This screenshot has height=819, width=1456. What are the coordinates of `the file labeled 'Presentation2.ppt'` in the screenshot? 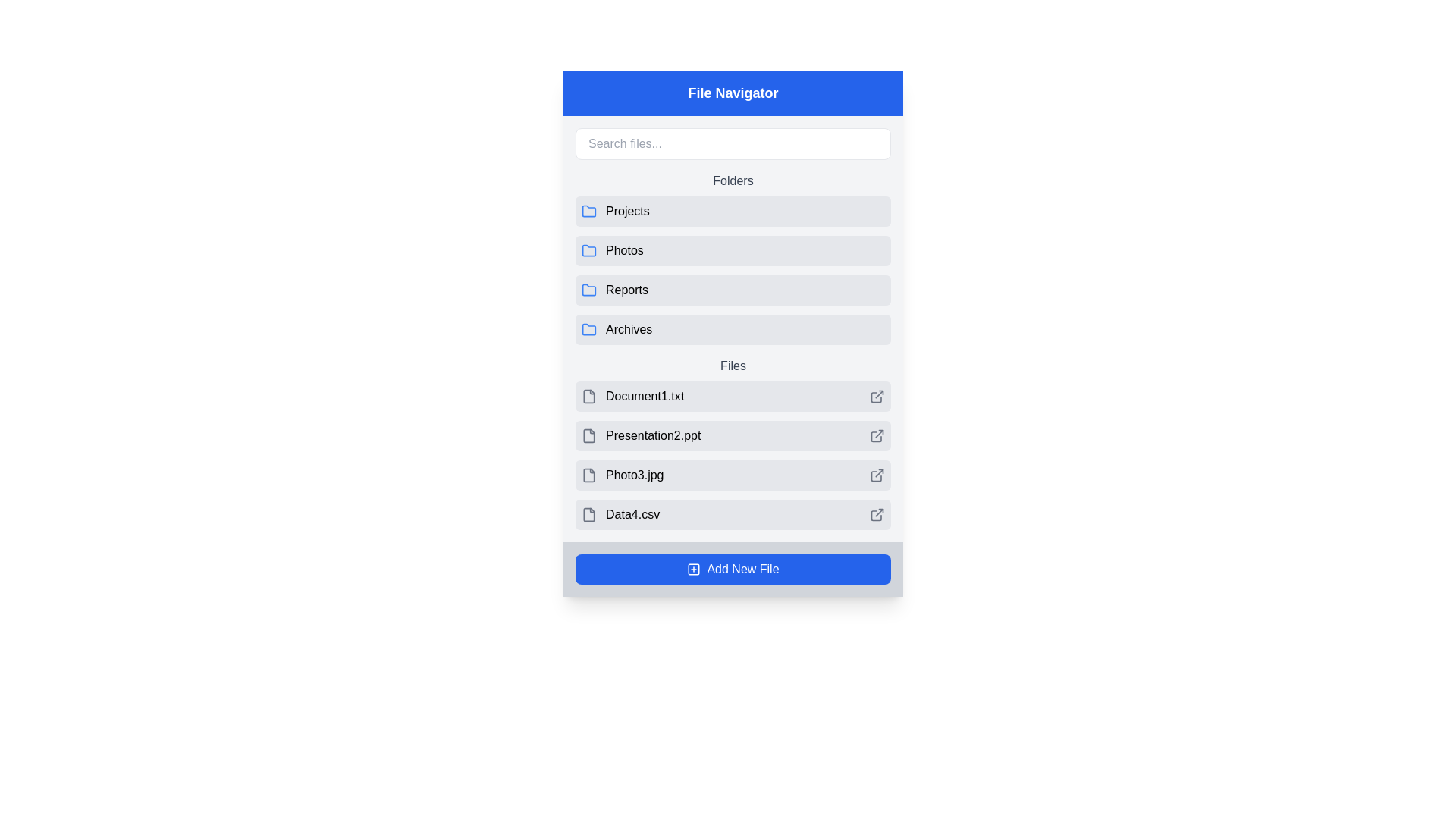 It's located at (641, 435).